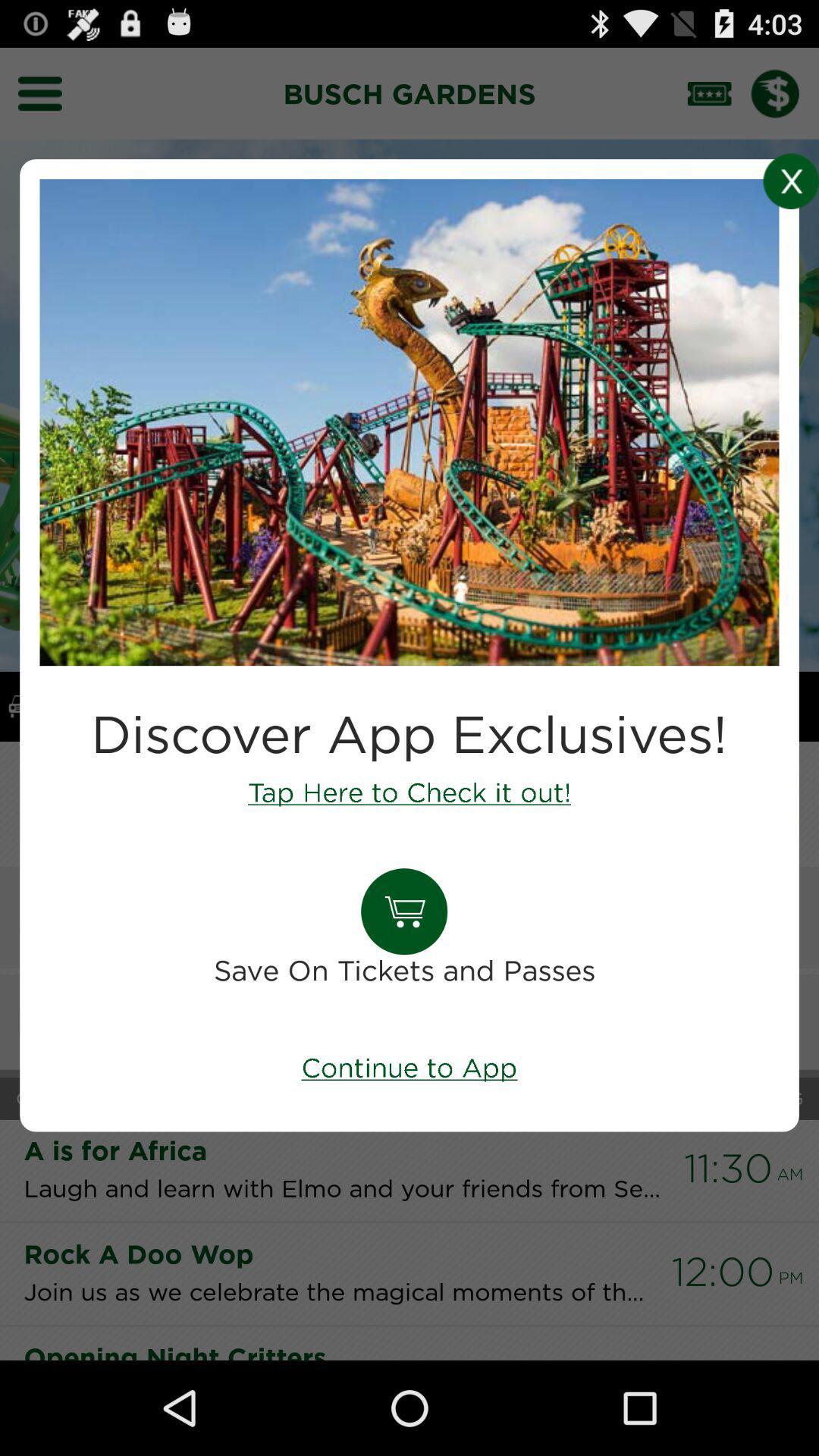  I want to click on the close icon, so click(790, 193).